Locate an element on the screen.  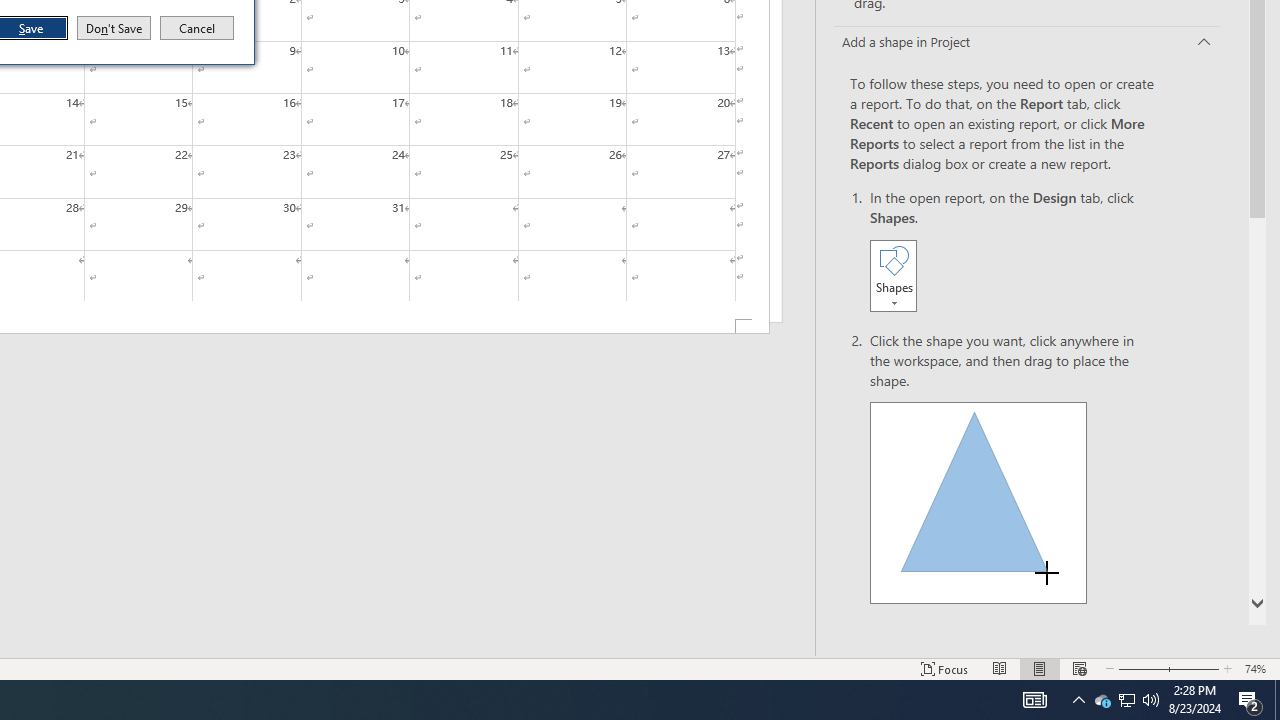
'Don' is located at coordinates (112, 28).